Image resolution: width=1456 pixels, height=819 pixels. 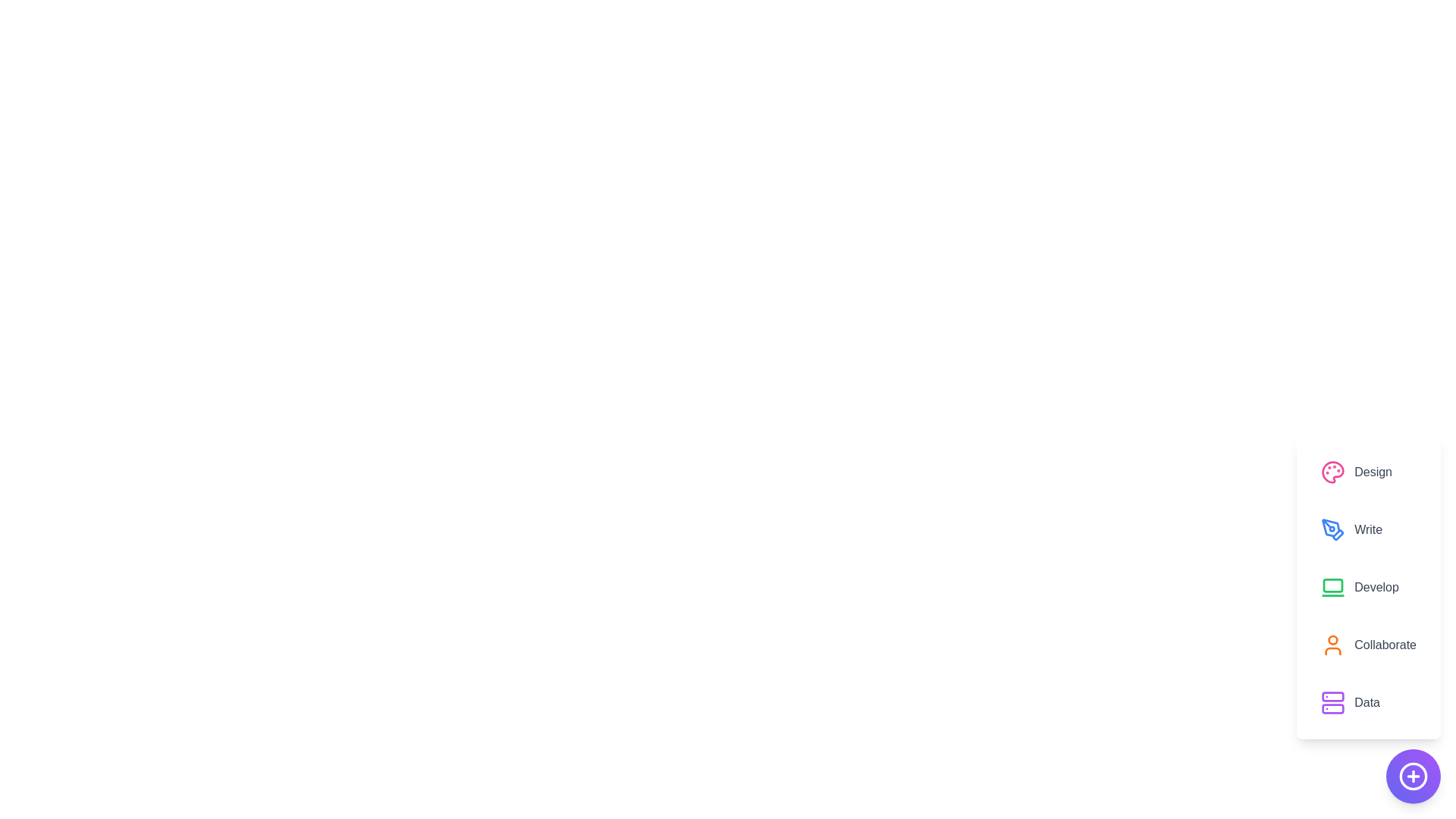 What do you see at coordinates (1368, 587) in the screenshot?
I see `the option labeled Develop to preview its effect` at bounding box center [1368, 587].